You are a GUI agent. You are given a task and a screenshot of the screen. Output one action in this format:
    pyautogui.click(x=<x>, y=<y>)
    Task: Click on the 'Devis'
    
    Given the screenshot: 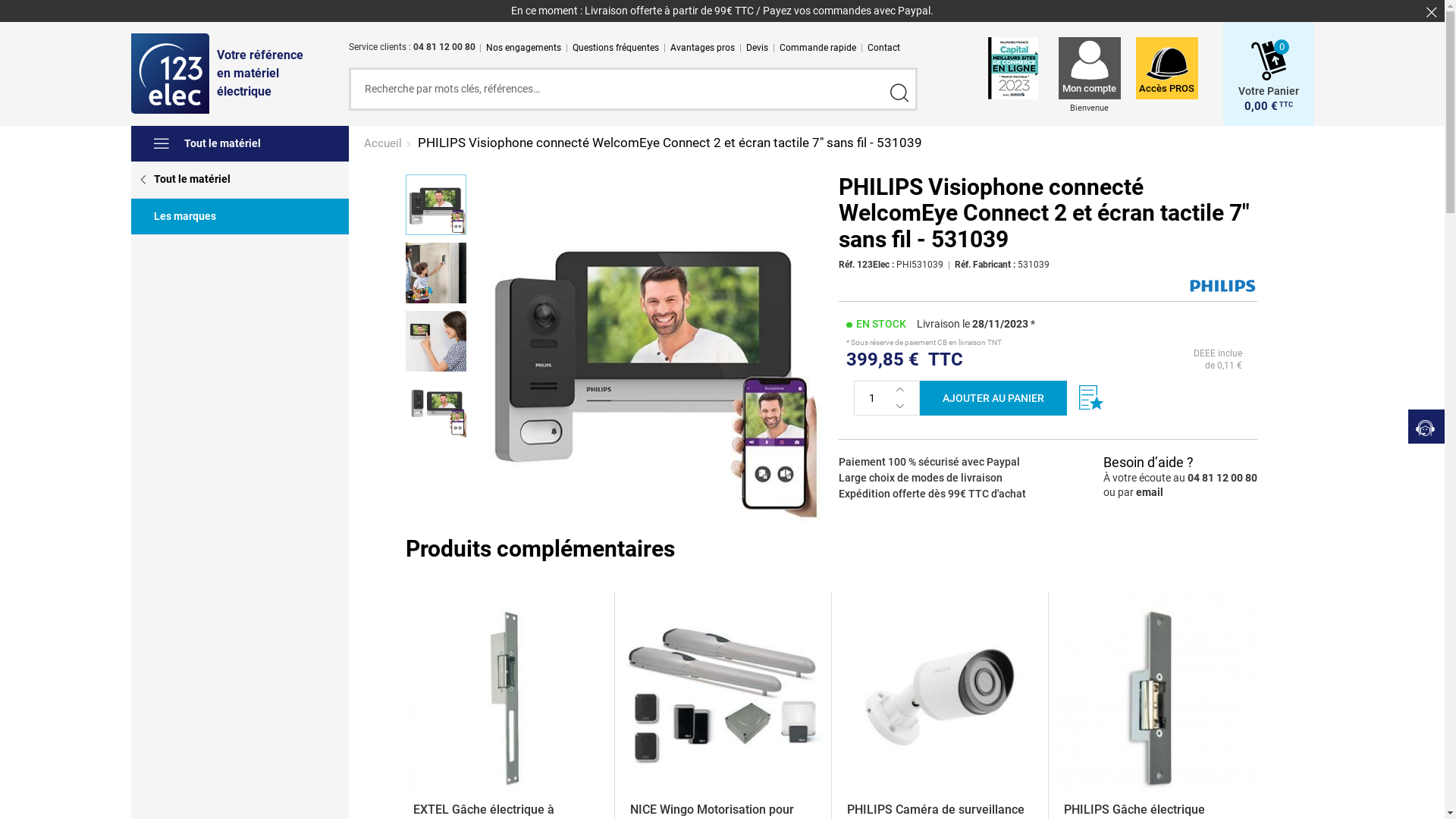 What is the action you would take?
    pyautogui.click(x=757, y=46)
    